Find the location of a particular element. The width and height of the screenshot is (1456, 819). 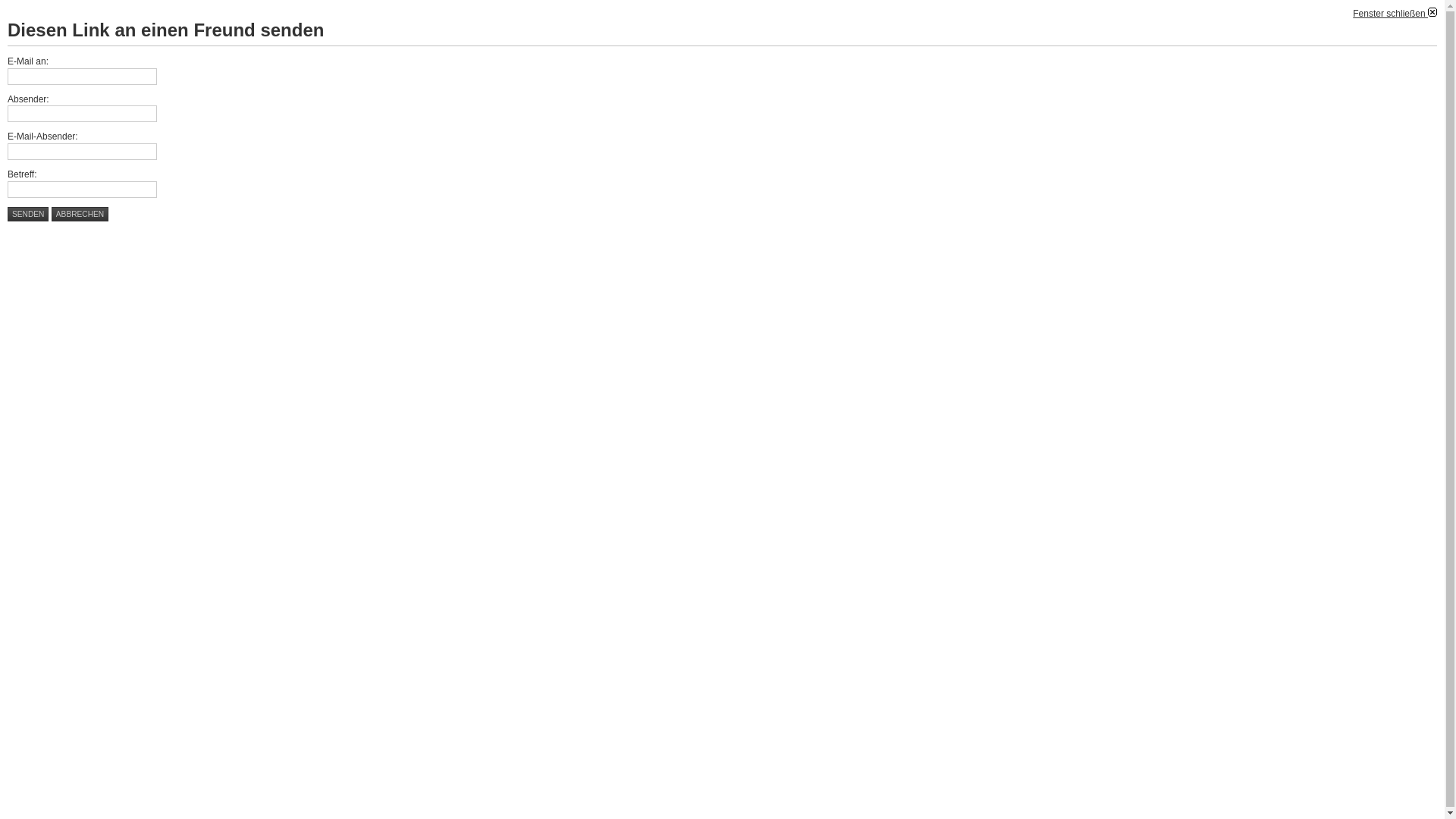

'ABBRECHEN' is located at coordinates (79, 214).